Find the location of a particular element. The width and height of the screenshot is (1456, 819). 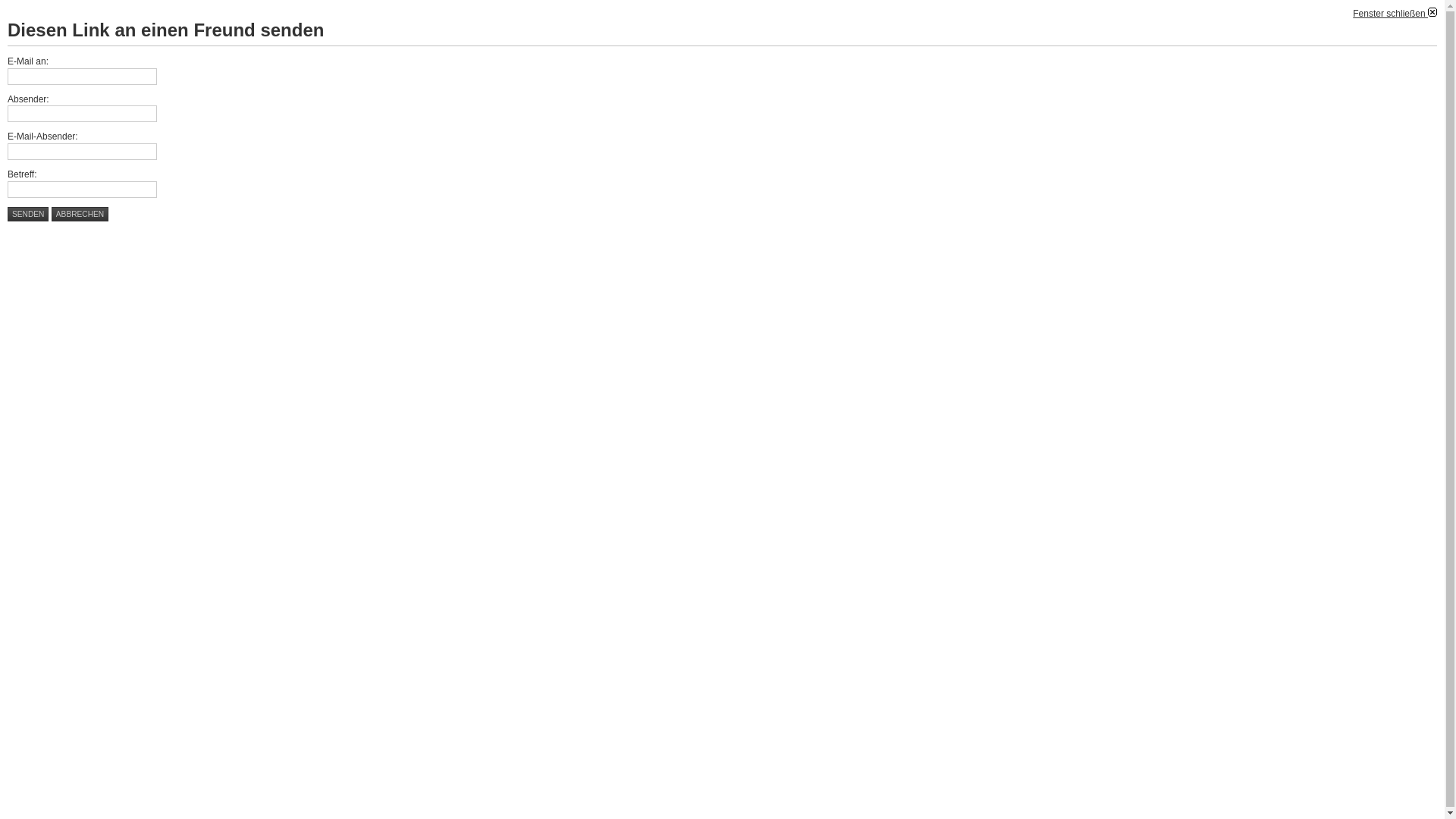

'ABBRECHEN' is located at coordinates (79, 214).